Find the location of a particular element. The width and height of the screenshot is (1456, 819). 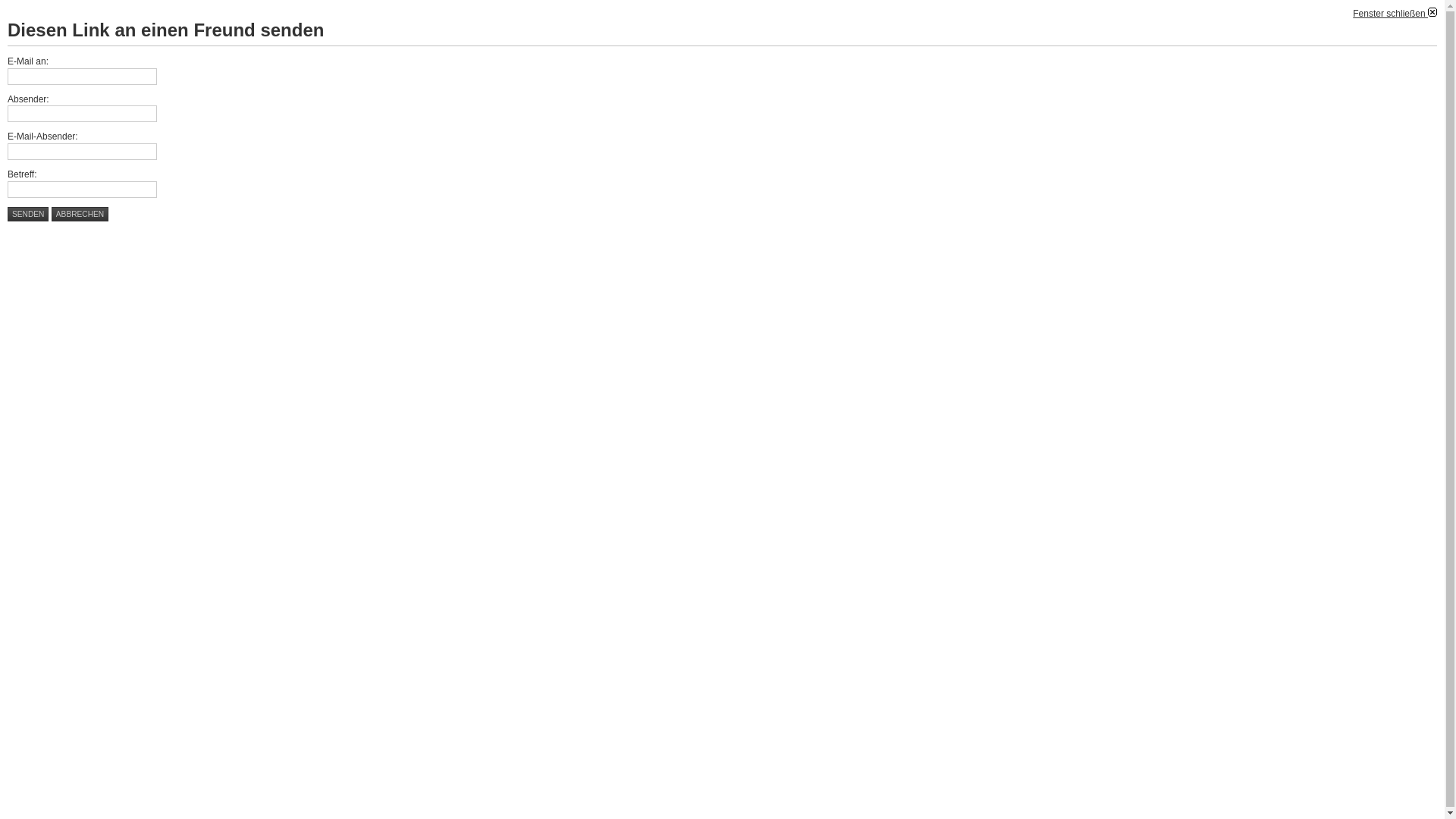

'ABBRECHEN' is located at coordinates (79, 214).